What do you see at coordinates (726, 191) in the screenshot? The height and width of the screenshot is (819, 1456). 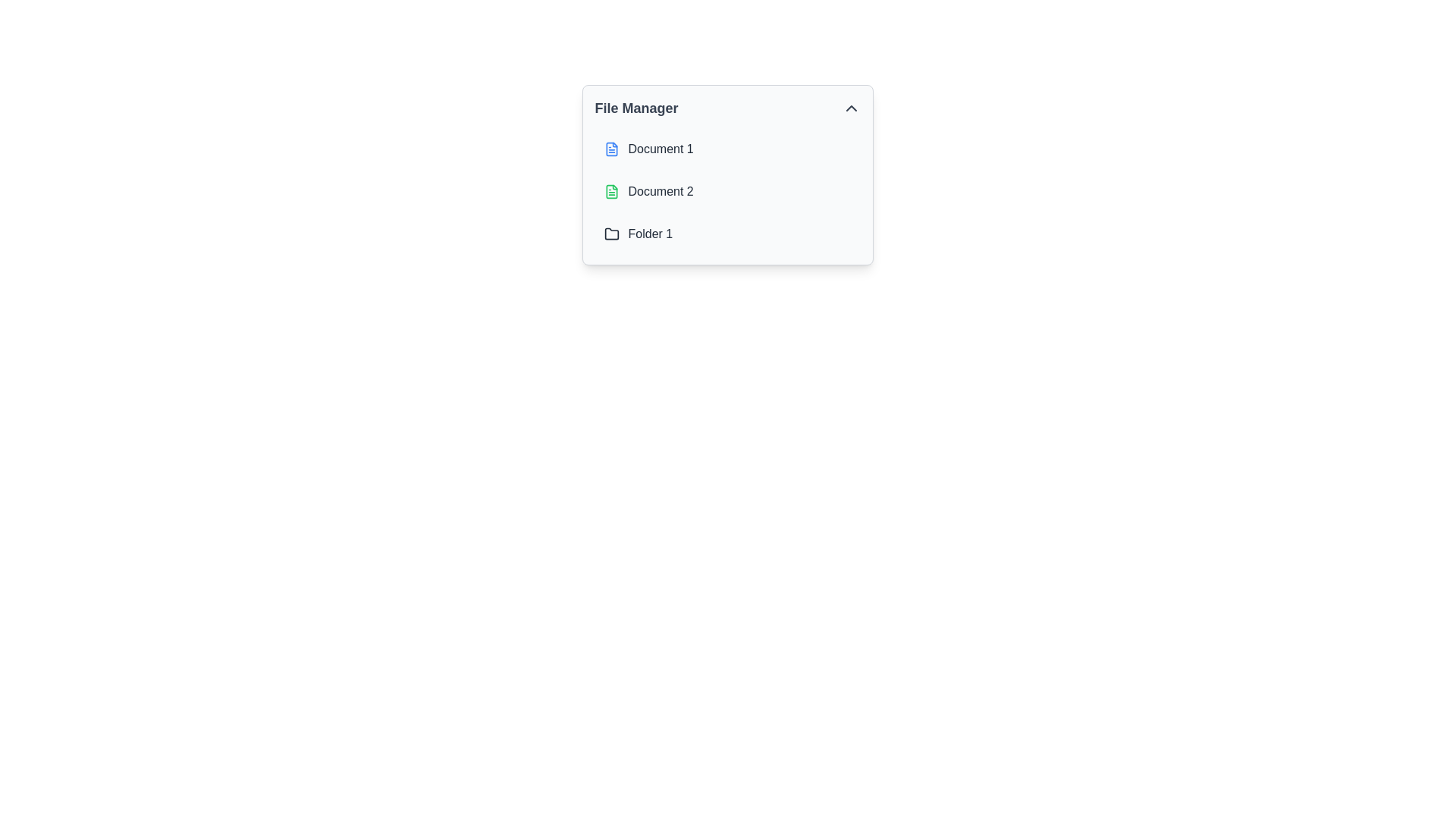 I see `on the selectable list item labeled 'Document 2' in the file manager interface` at bounding box center [726, 191].